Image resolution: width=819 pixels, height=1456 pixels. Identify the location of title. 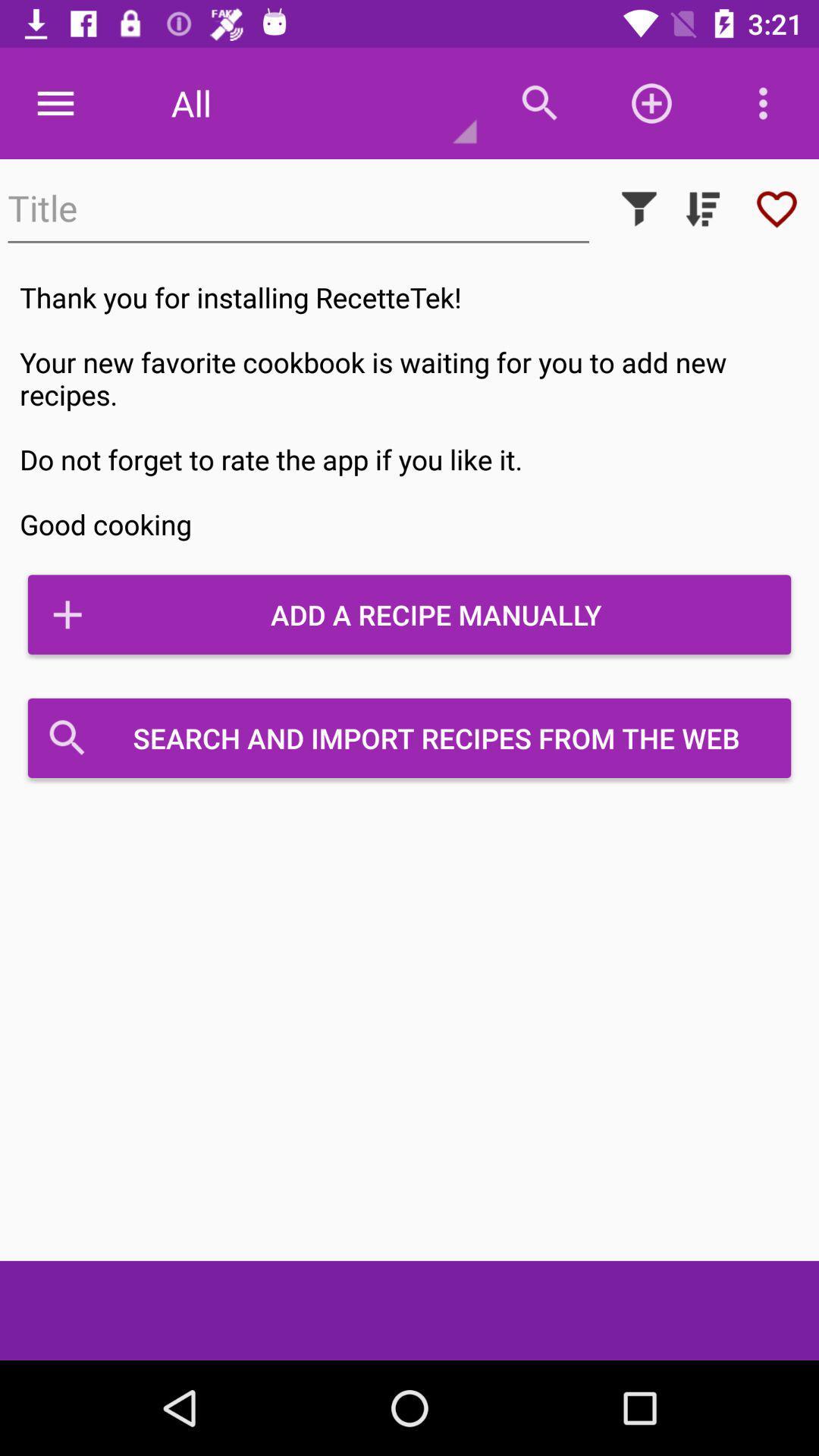
(298, 208).